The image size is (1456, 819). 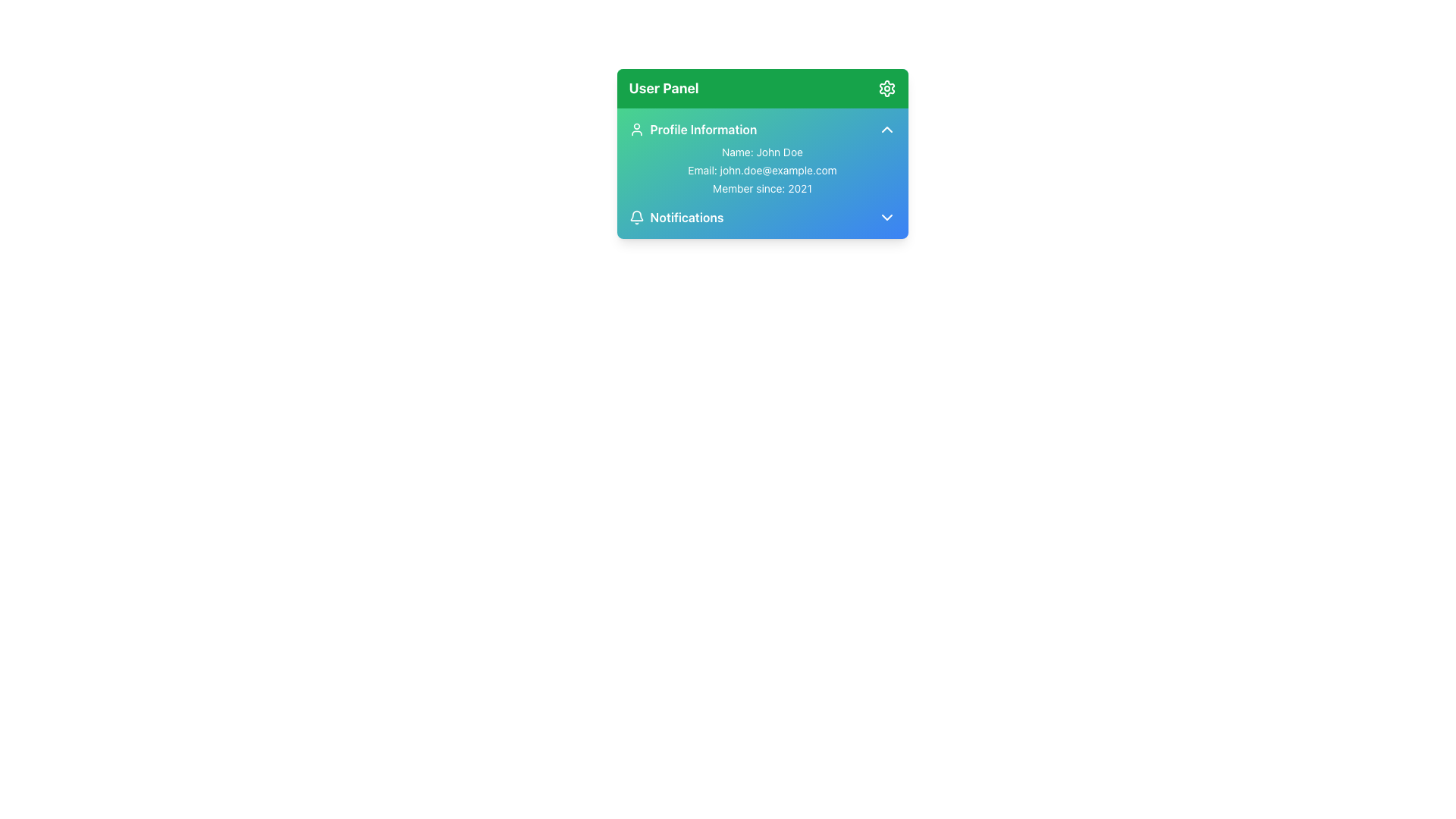 I want to click on the chevron SVG icon next to the 'Notifications' title, so click(x=886, y=217).